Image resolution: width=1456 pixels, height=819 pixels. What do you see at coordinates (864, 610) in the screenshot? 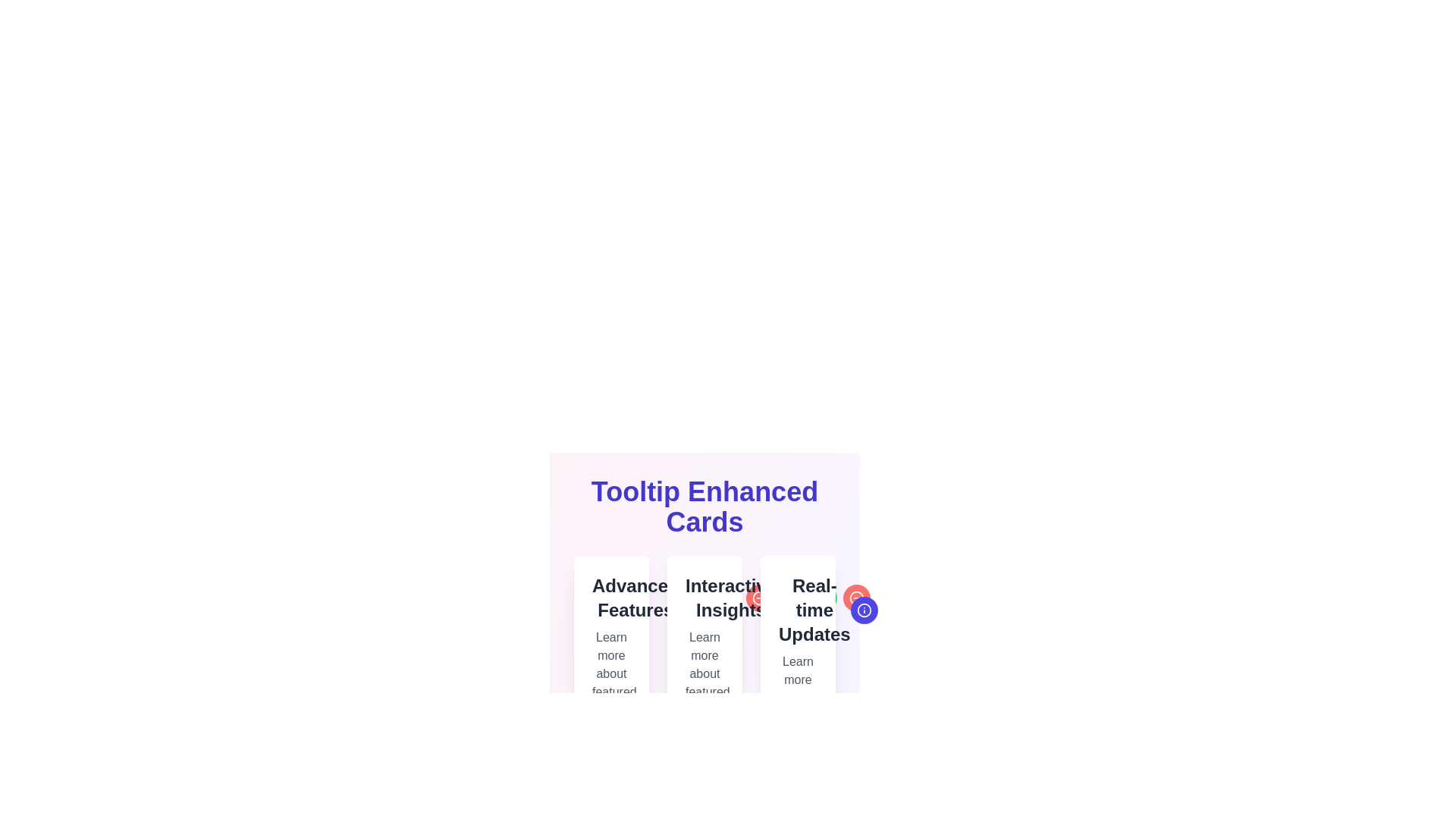
I see `the first circular button located in the 'Tooltip Enhanced Cards' section` at bounding box center [864, 610].